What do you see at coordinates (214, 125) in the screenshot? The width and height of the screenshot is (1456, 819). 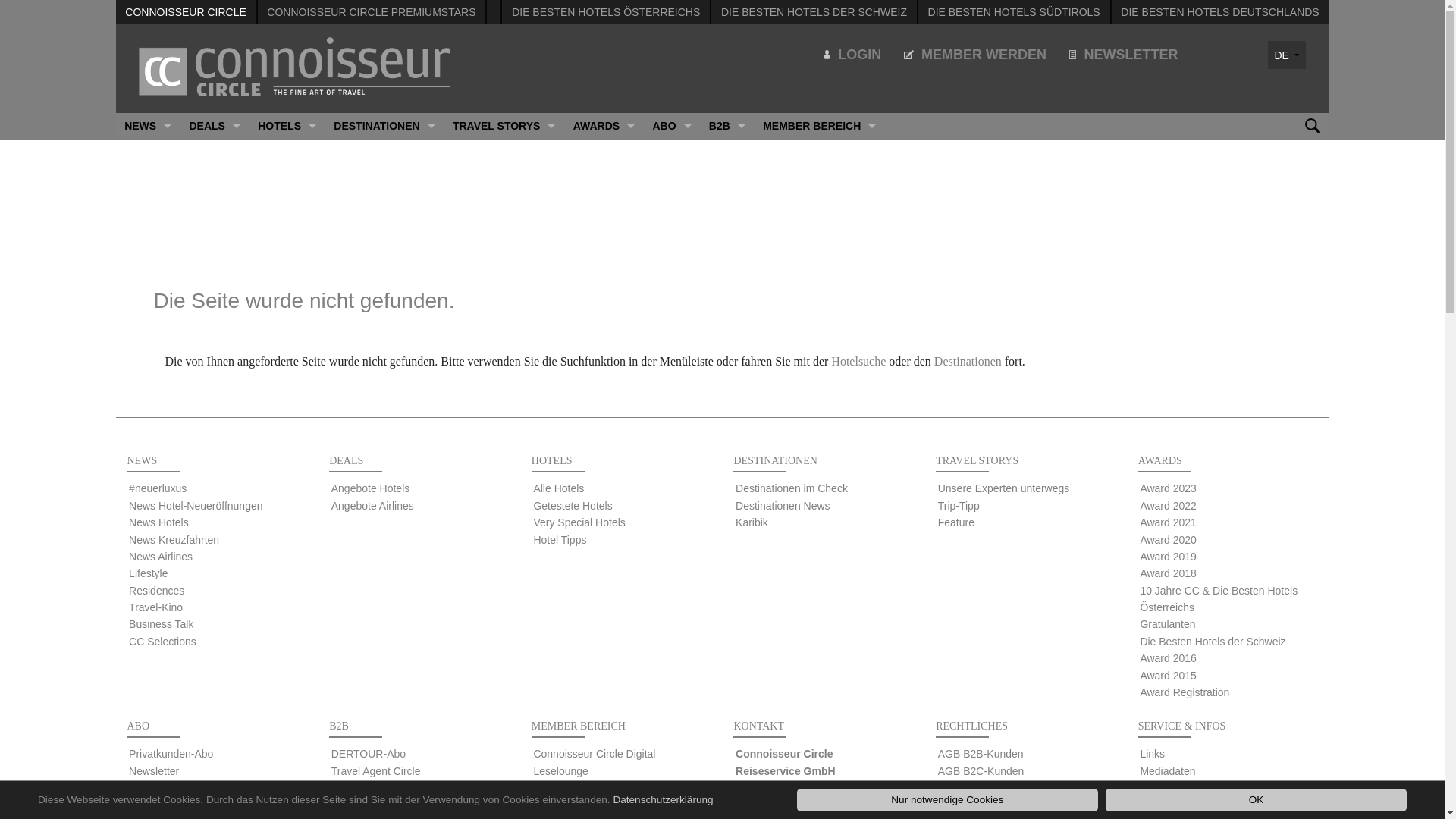 I see `'DEALS'` at bounding box center [214, 125].